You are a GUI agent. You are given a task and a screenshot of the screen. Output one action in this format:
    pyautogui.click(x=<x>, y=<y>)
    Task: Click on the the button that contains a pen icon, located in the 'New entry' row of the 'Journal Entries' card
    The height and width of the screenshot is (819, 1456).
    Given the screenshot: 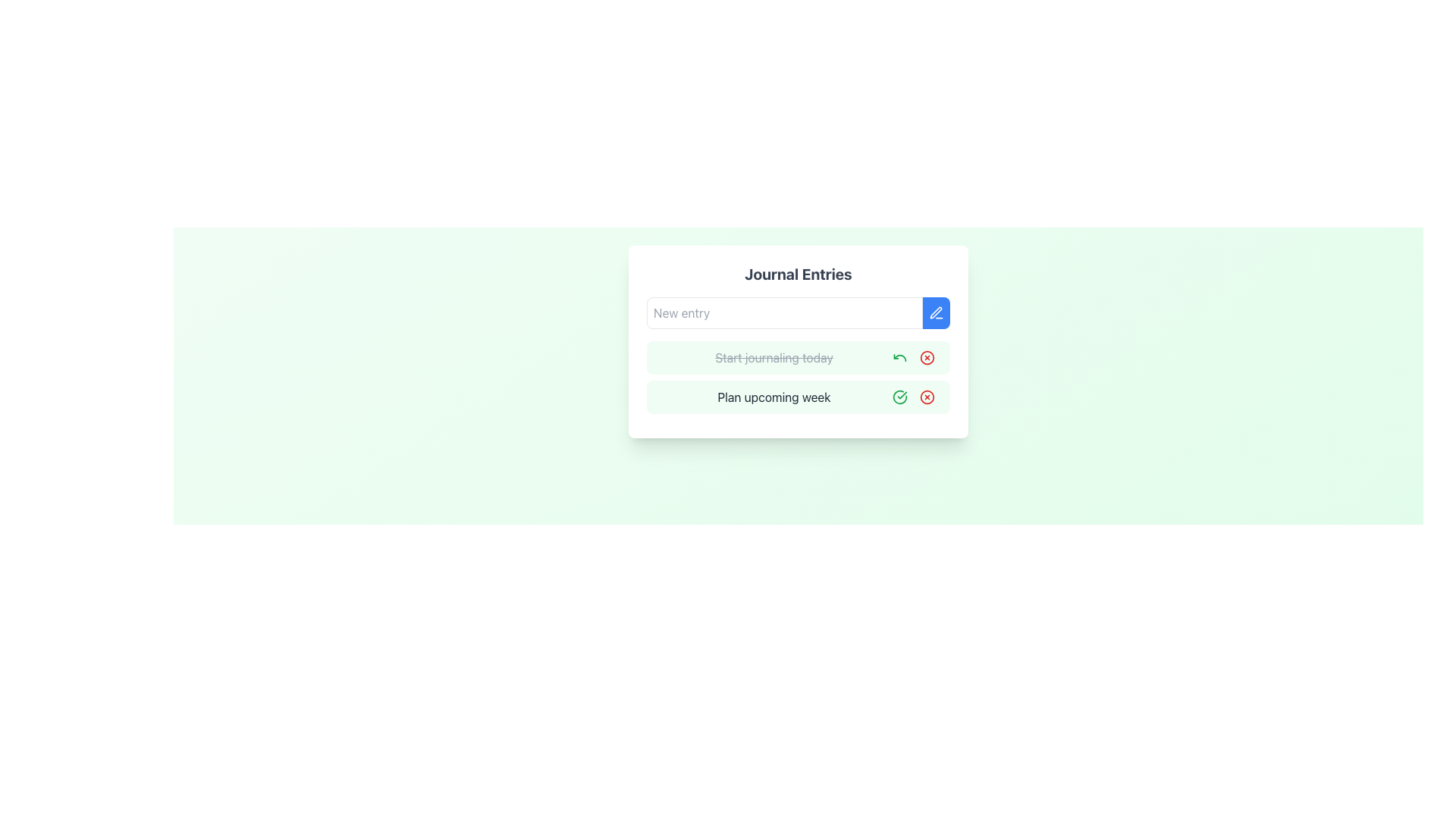 What is the action you would take?
    pyautogui.click(x=935, y=312)
    